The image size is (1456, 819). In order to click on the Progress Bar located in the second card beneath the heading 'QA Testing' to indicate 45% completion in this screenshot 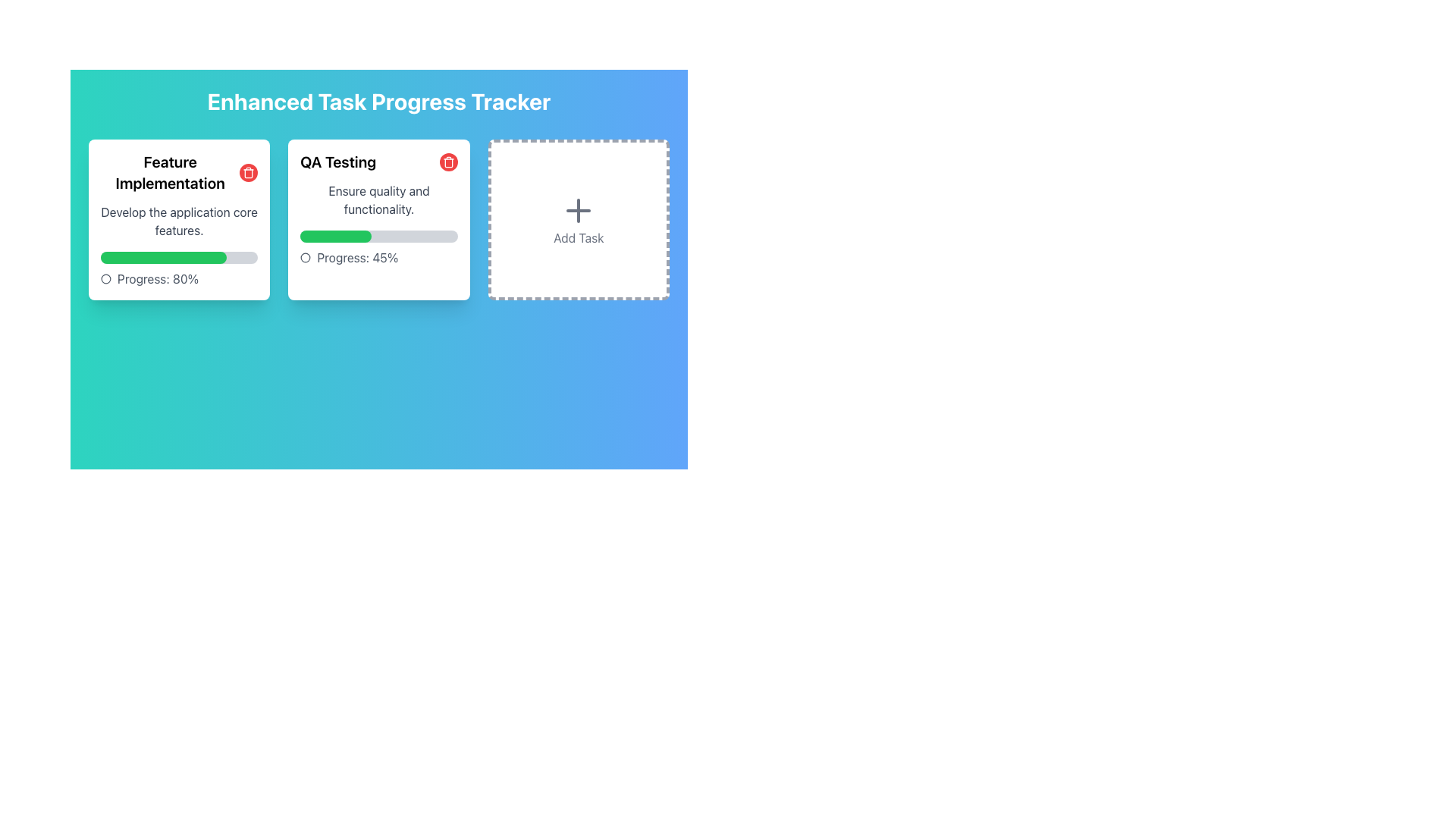, I will do `click(334, 237)`.